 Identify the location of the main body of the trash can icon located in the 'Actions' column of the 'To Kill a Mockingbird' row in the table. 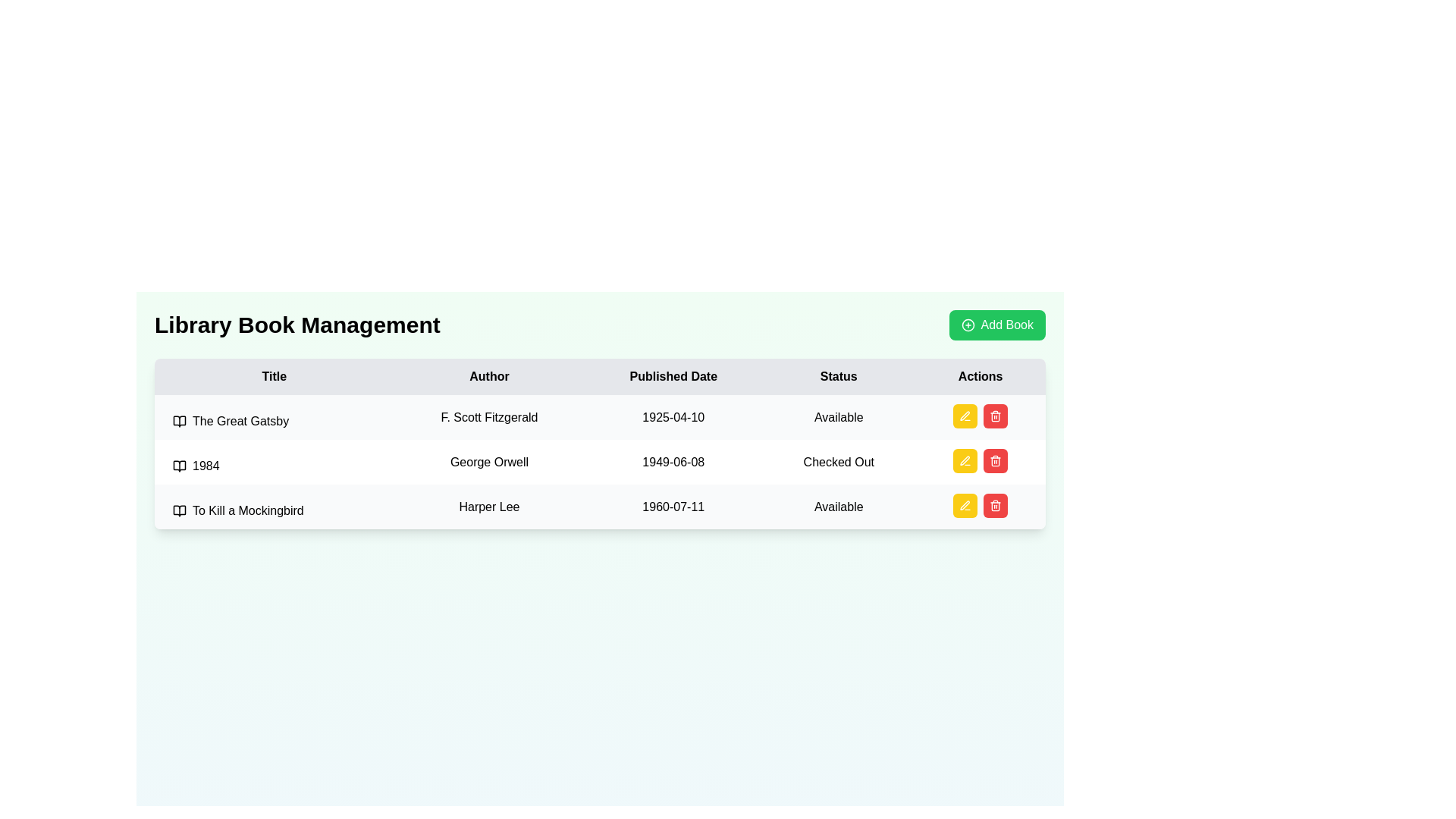
(996, 507).